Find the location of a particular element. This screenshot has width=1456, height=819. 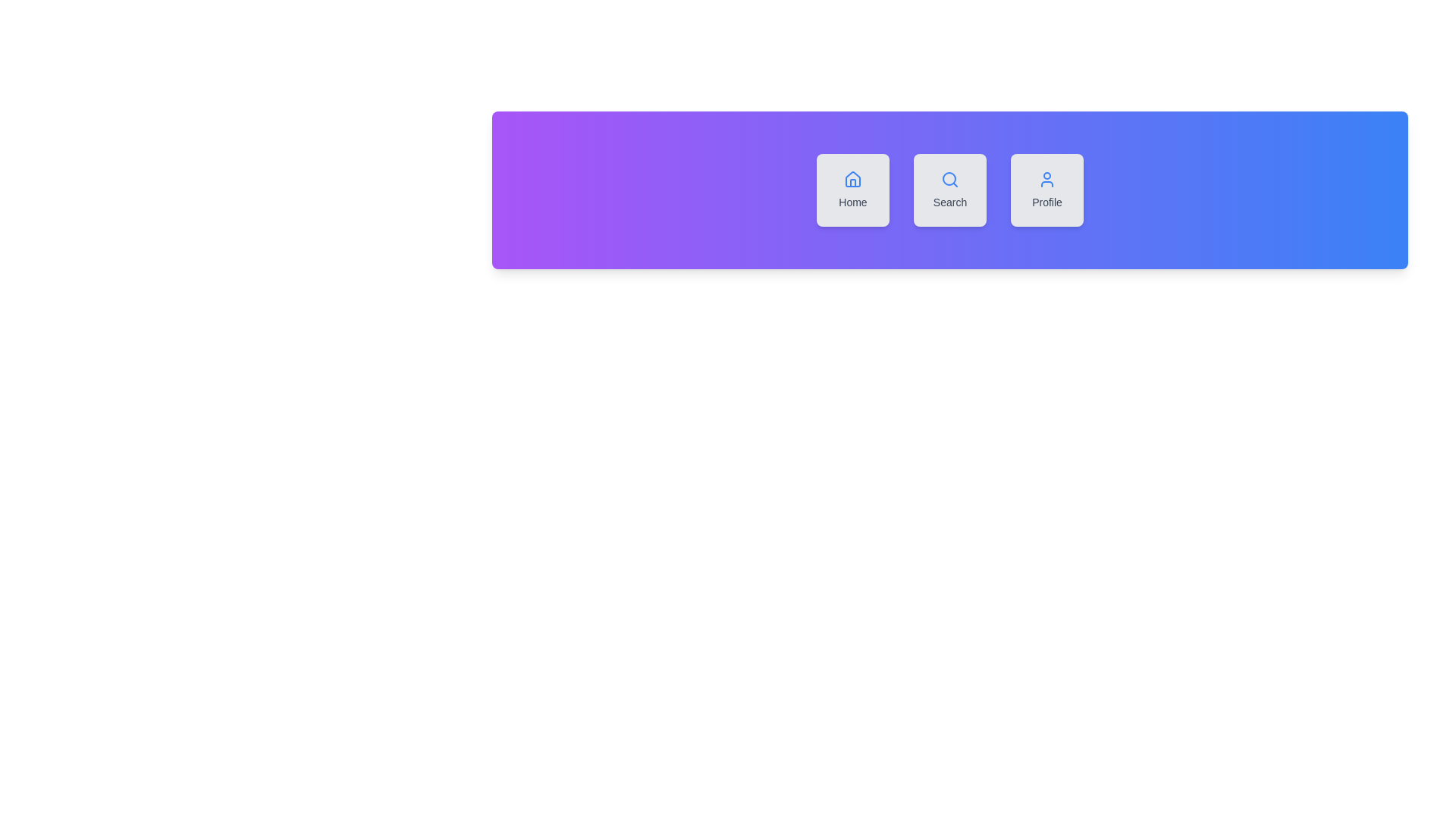

the 'Search' text label is located at coordinates (949, 201).